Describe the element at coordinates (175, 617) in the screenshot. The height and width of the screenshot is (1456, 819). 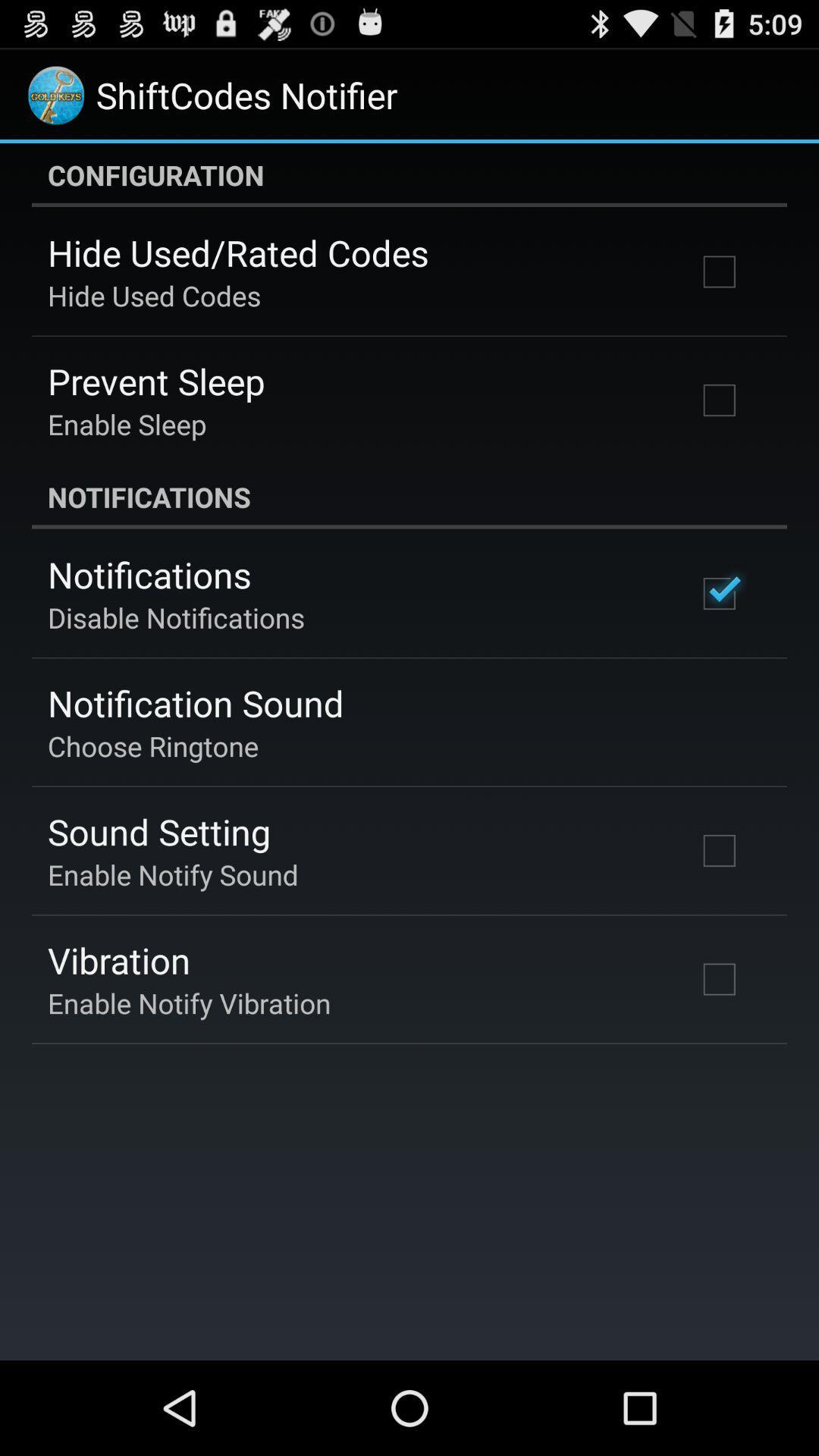
I see `the app above notification sound icon` at that location.